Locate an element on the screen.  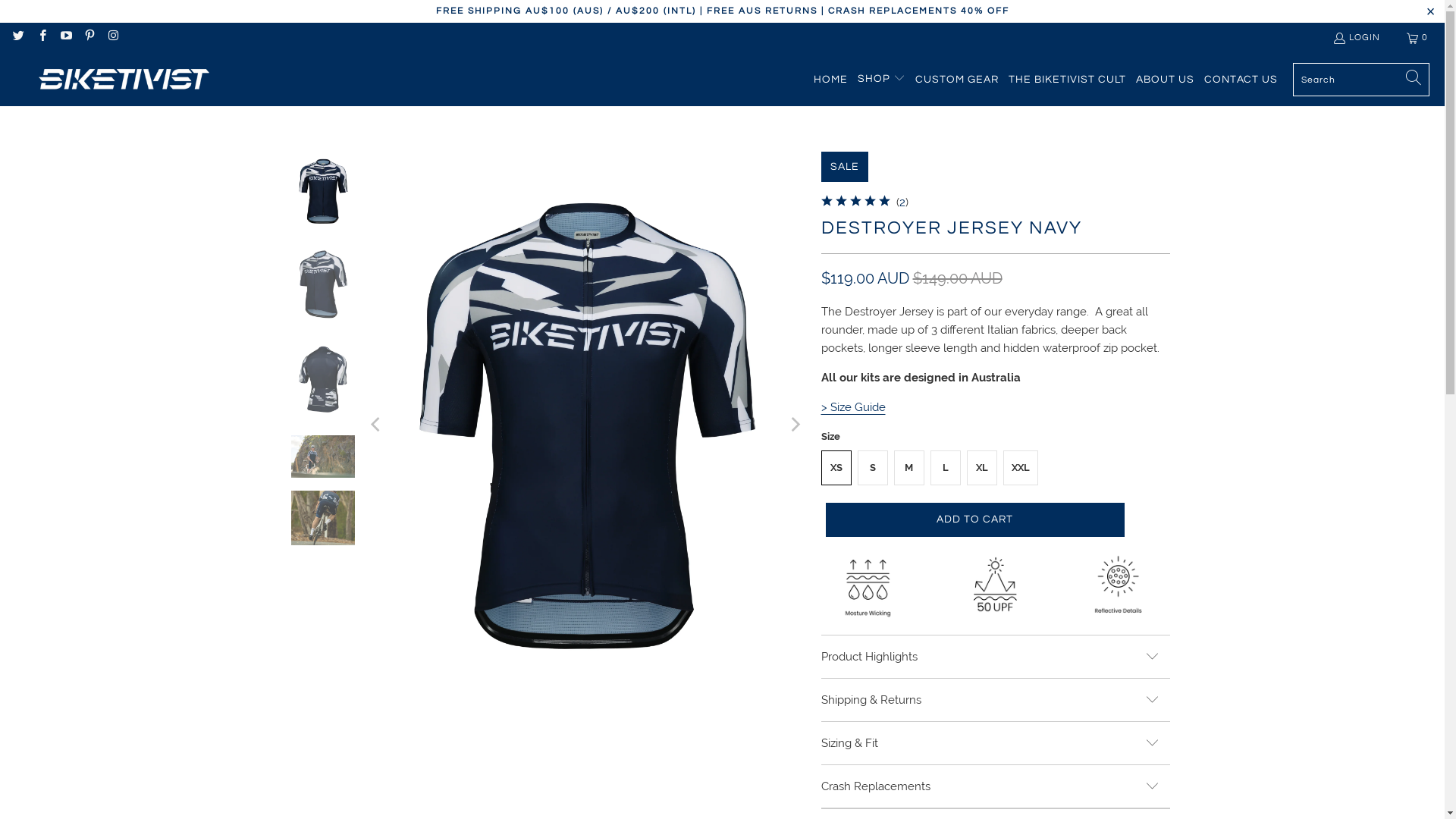
'CUSTOM GEAR' is located at coordinates (956, 79).